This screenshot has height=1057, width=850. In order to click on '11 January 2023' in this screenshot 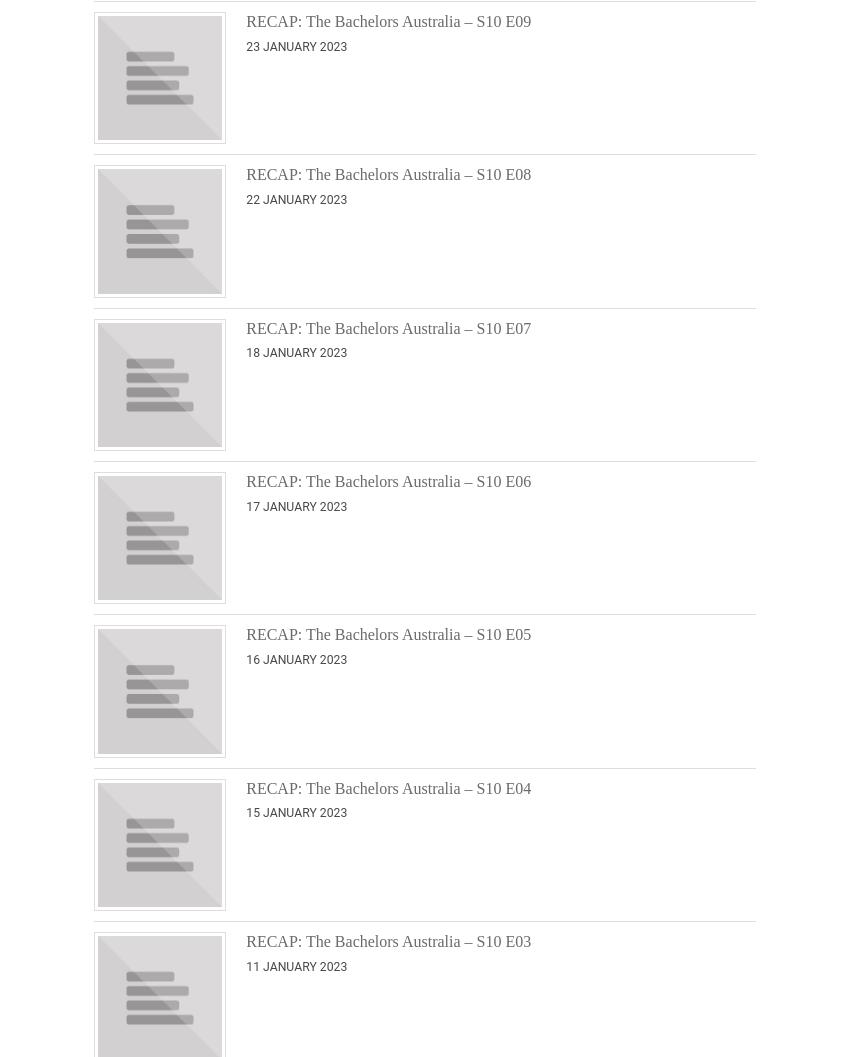, I will do `click(295, 965)`.